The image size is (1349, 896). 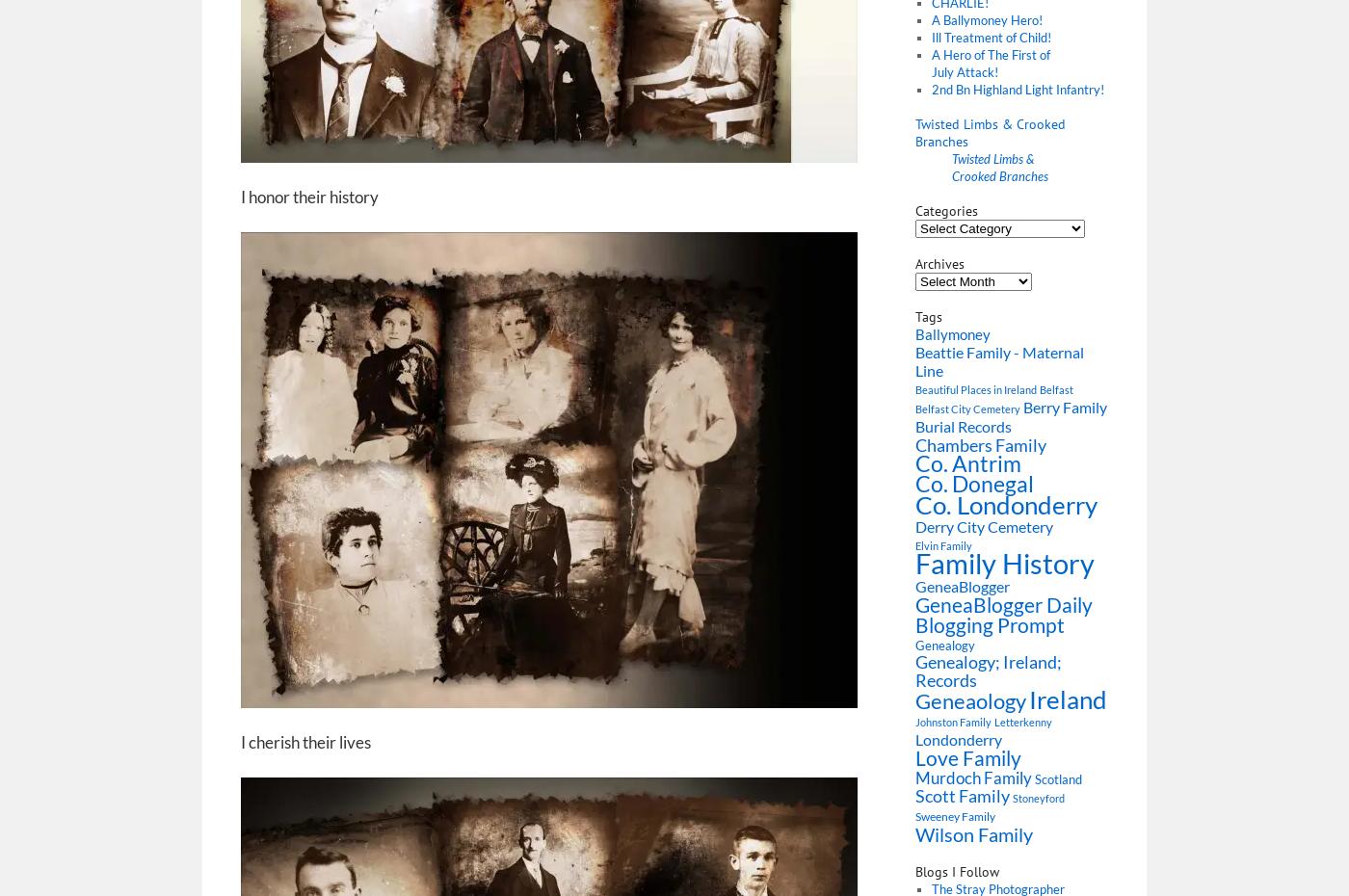 I want to click on 'Love Family', so click(x=968, y=756).